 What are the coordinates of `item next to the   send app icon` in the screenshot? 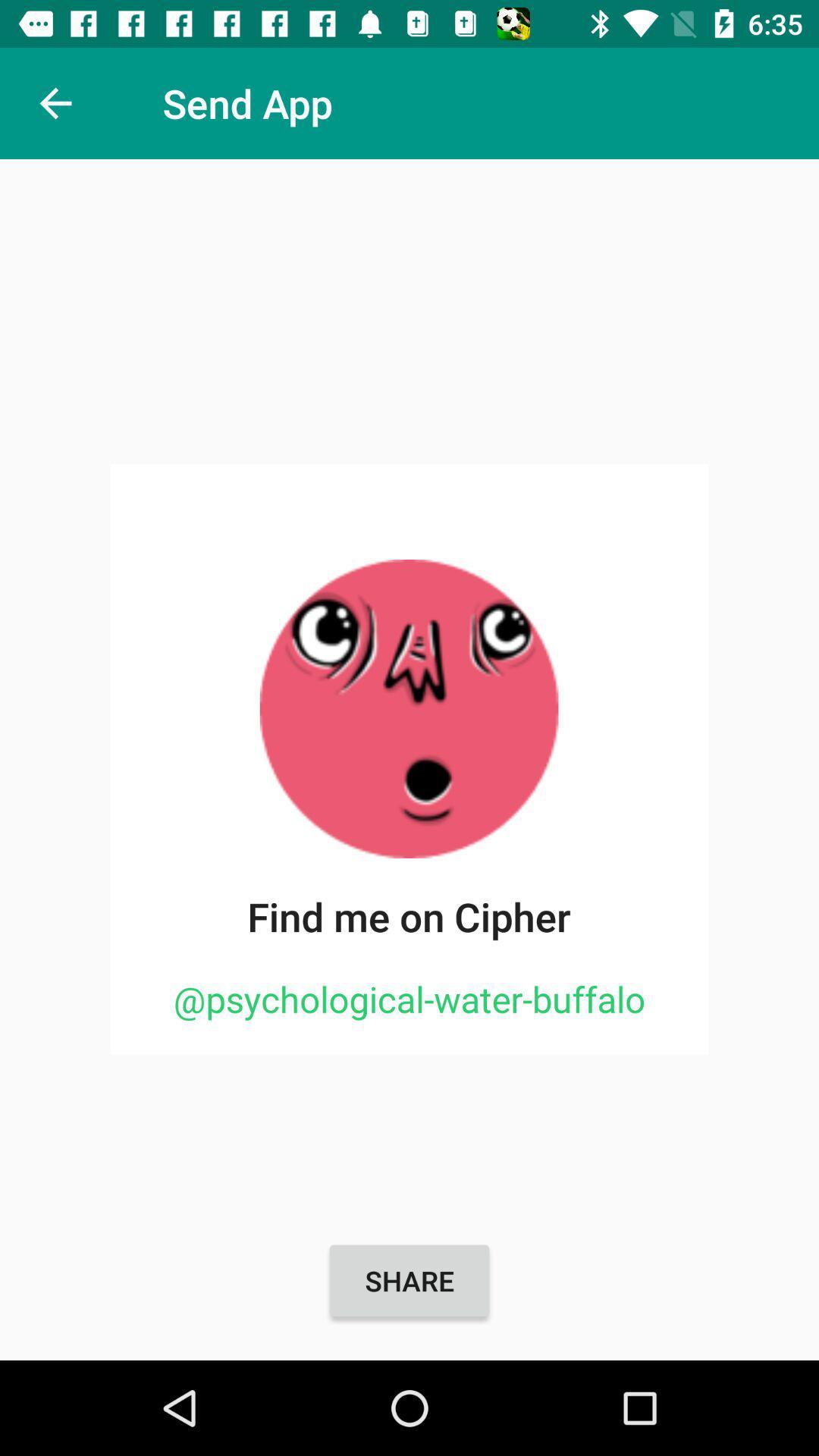 It's located at (55, 102).